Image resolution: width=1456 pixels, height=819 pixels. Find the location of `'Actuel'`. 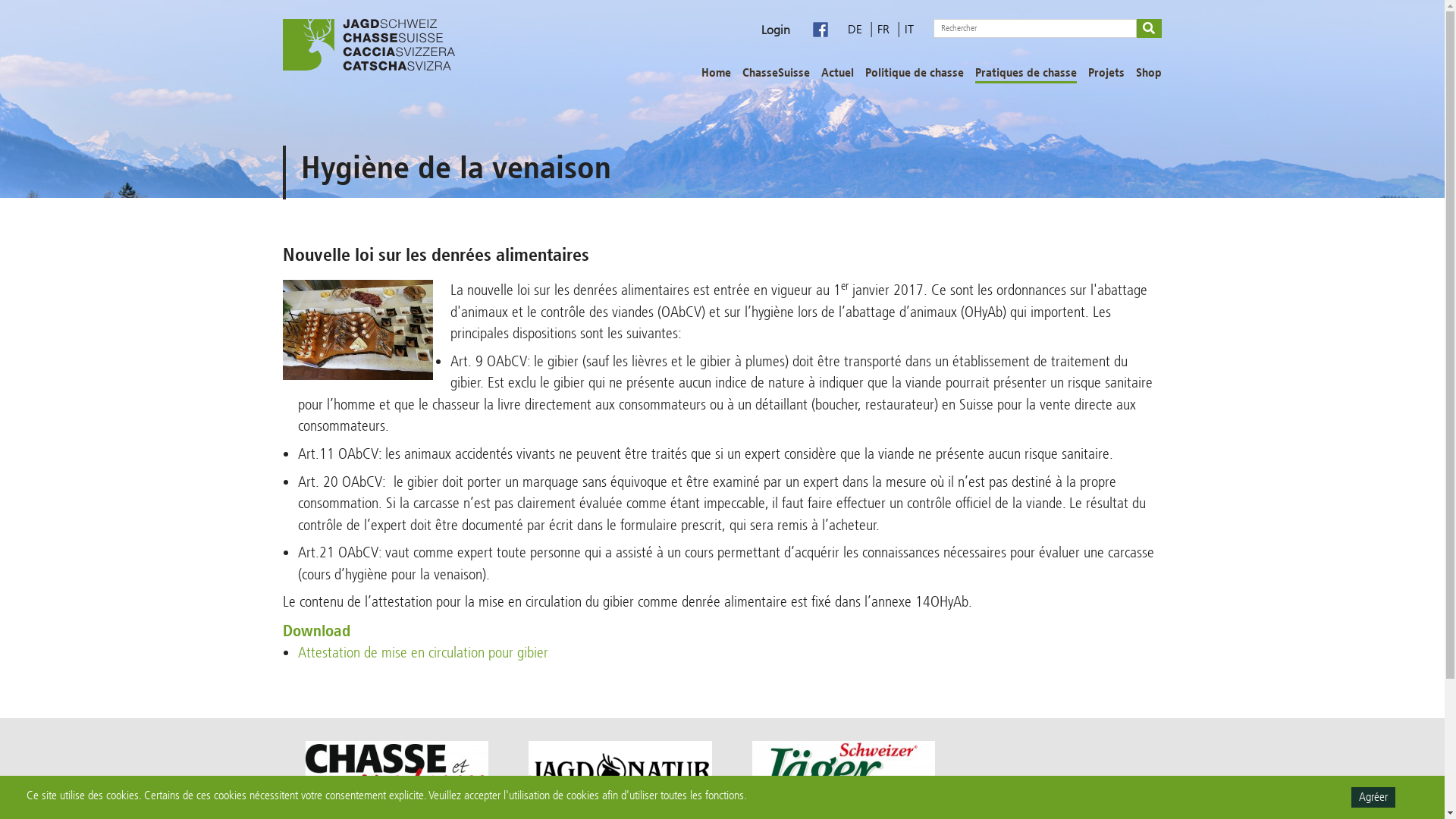

'Actuel' is located at coordinates (836, 74).